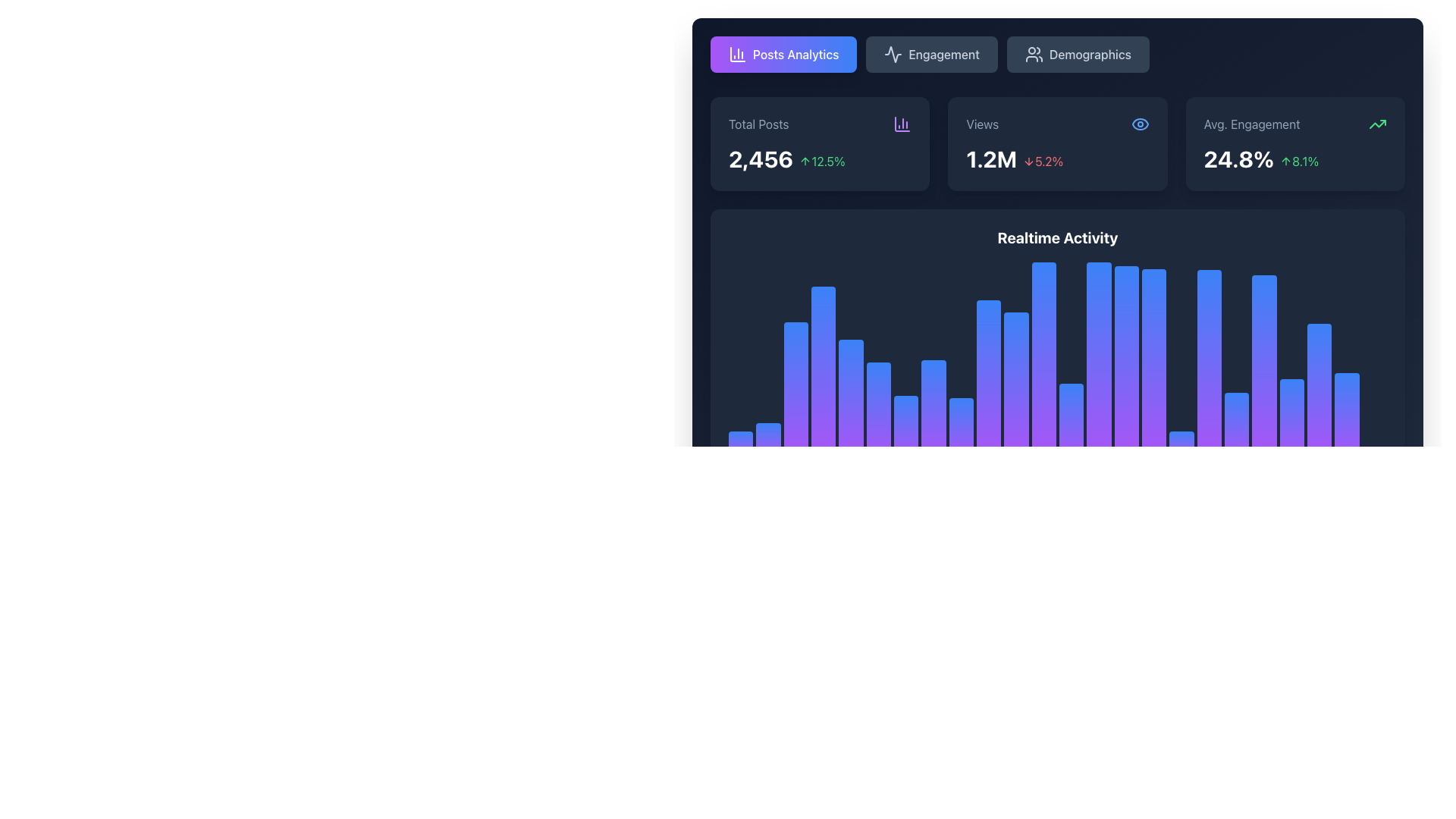  What do you see at coordinates (1057, 237) in the screenshot?
I see `the 'Realtime Activity' text label` at bounding box center [1057, 237].